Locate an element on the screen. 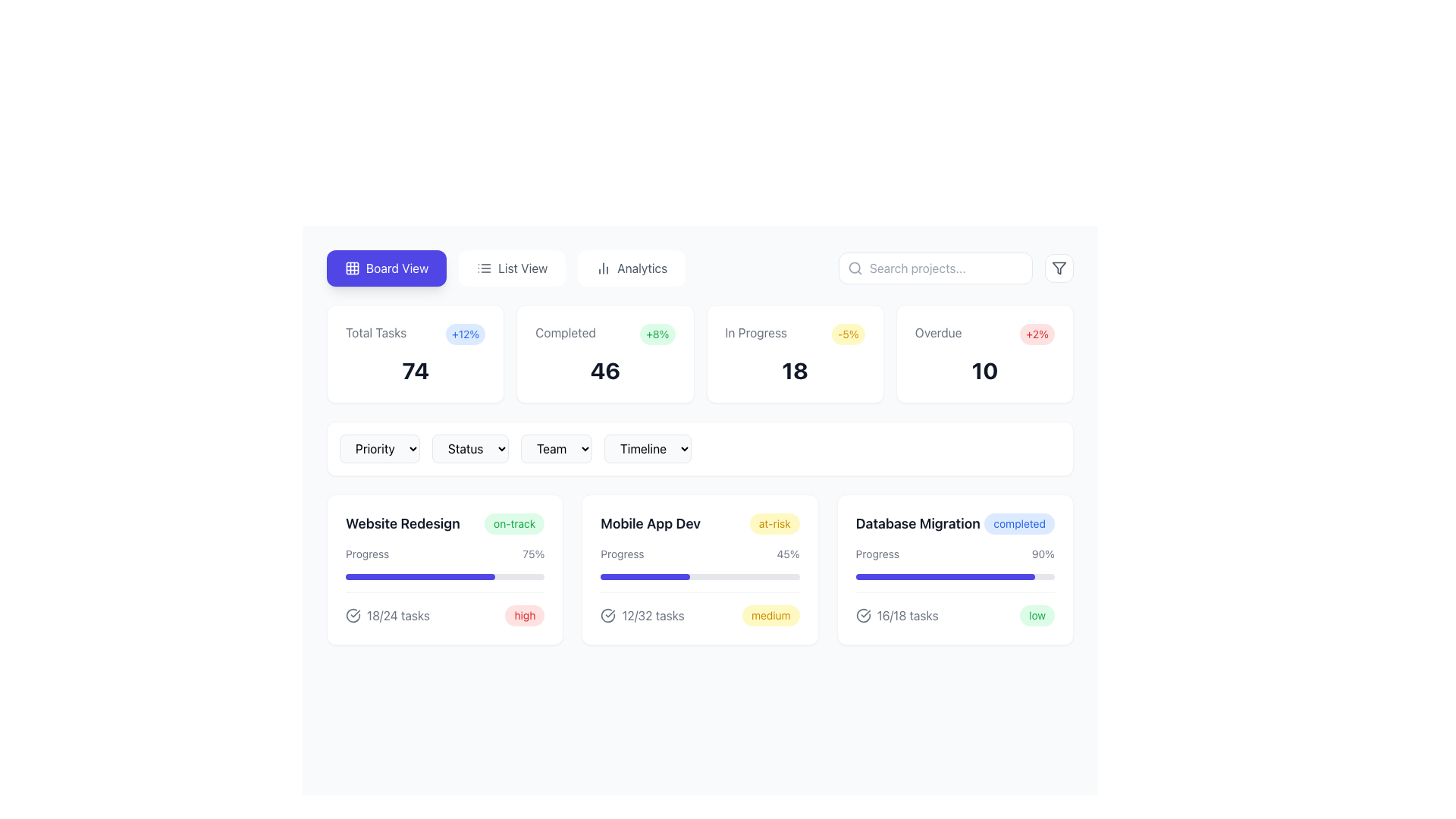 The width and height of the screenshot is (1456, 819). the circular part of the magnifying glass icon in the top-right corner of the interface, which symbolizes a search function is located at coordinates (855, 267).